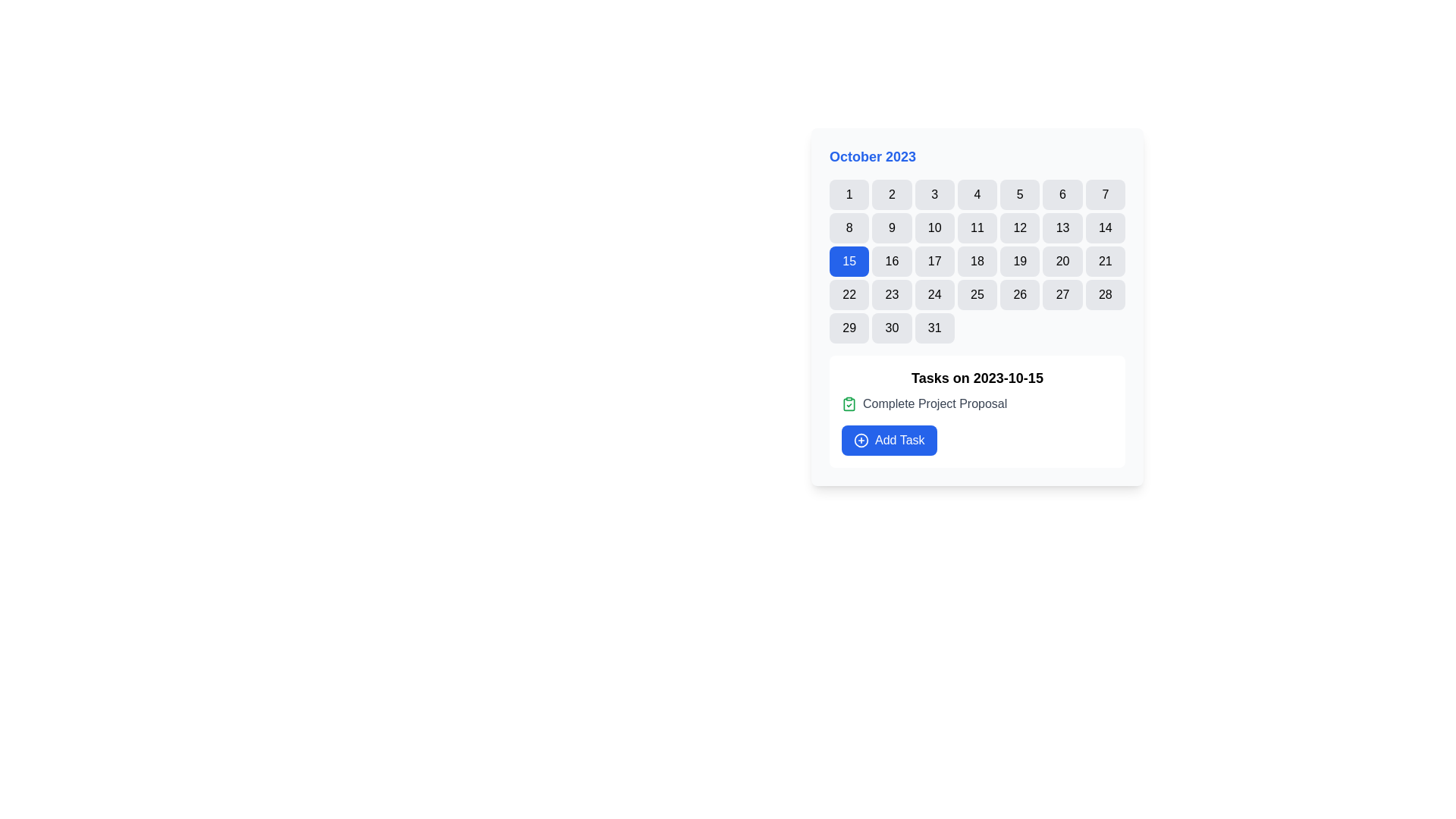 This screenshot has height=819, width=1456. What do you see at coordinates (892, 327) in the screenshot?
I see `the clickable button displaying the number '30'` at bounding box center [892, 327].